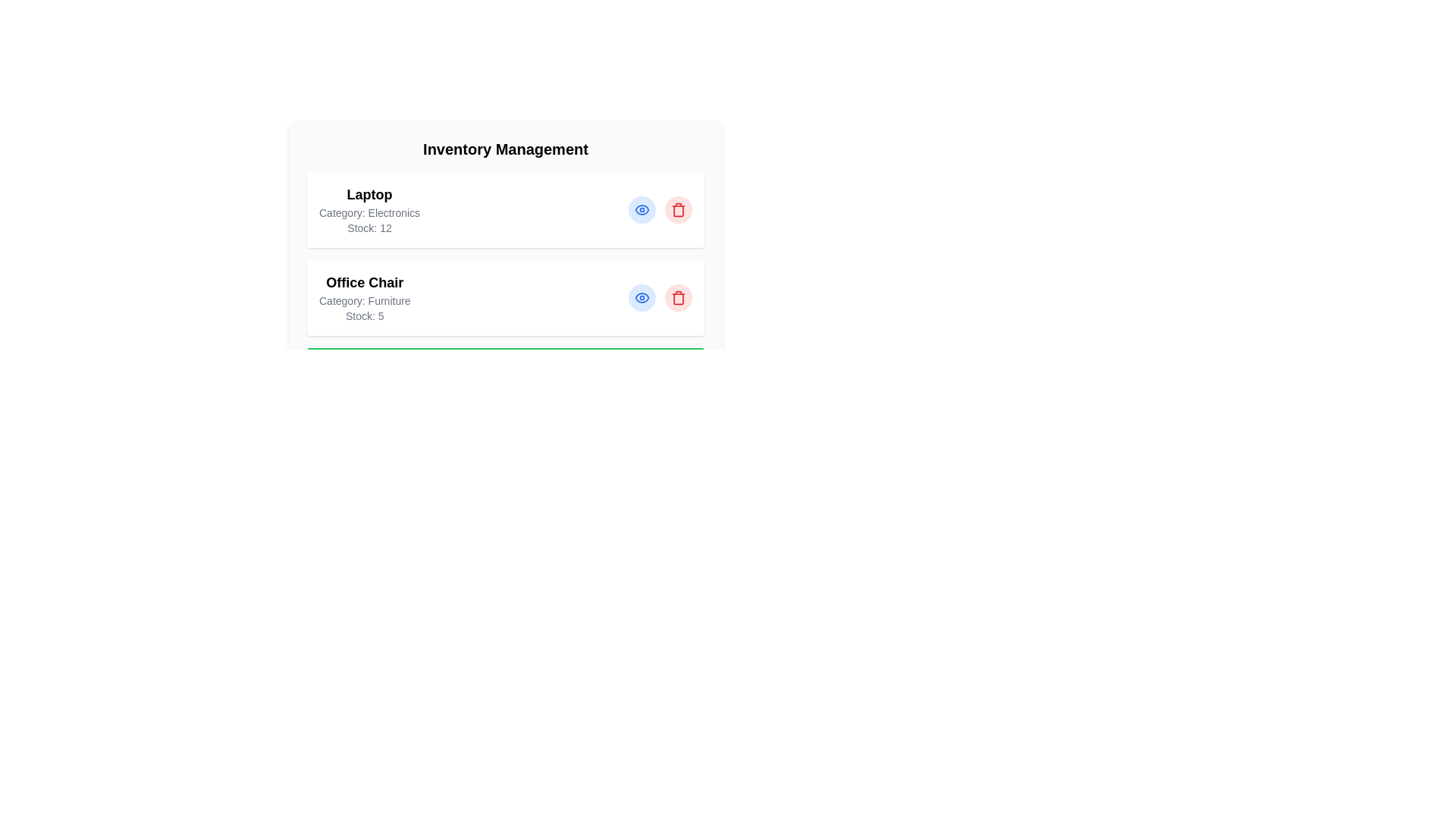 This screenshot has height=819, width=1456. Describe the element at coordinates (677, 298) in the screenshot. I see `the delete button for the item with name Office Chair` at that location.